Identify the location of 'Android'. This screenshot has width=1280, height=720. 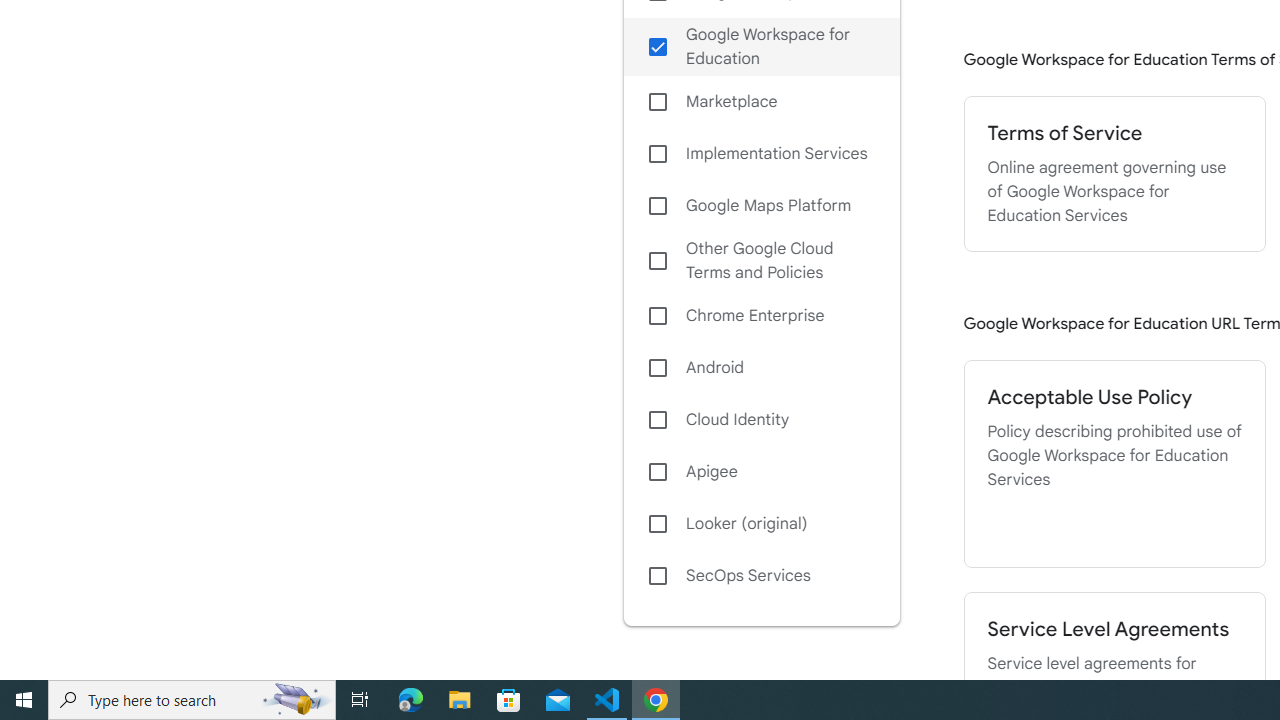
(760, 367).